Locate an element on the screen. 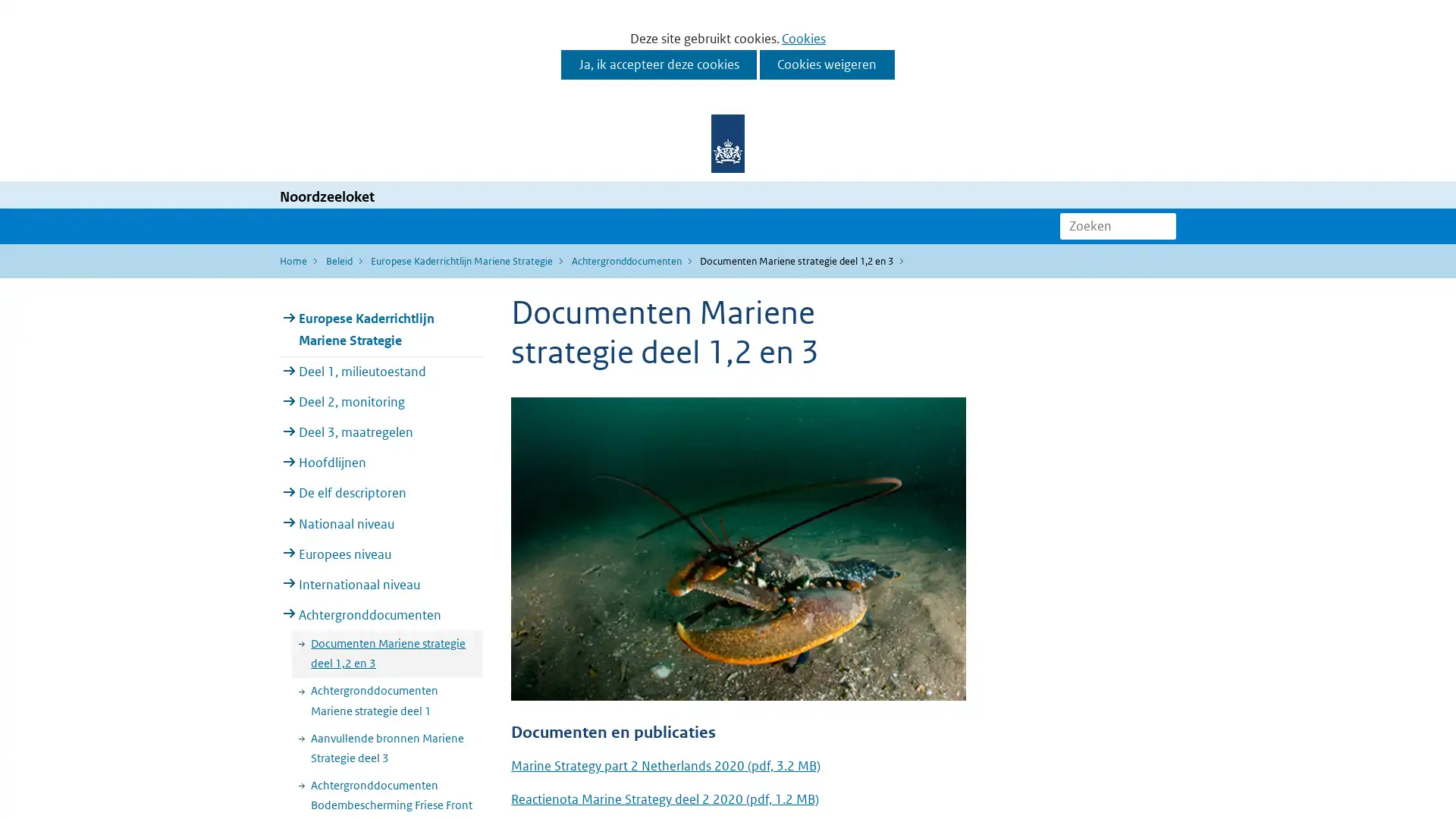 The image size is (1456, 819). Cookies weigeren is located at coordinates (826, 64).